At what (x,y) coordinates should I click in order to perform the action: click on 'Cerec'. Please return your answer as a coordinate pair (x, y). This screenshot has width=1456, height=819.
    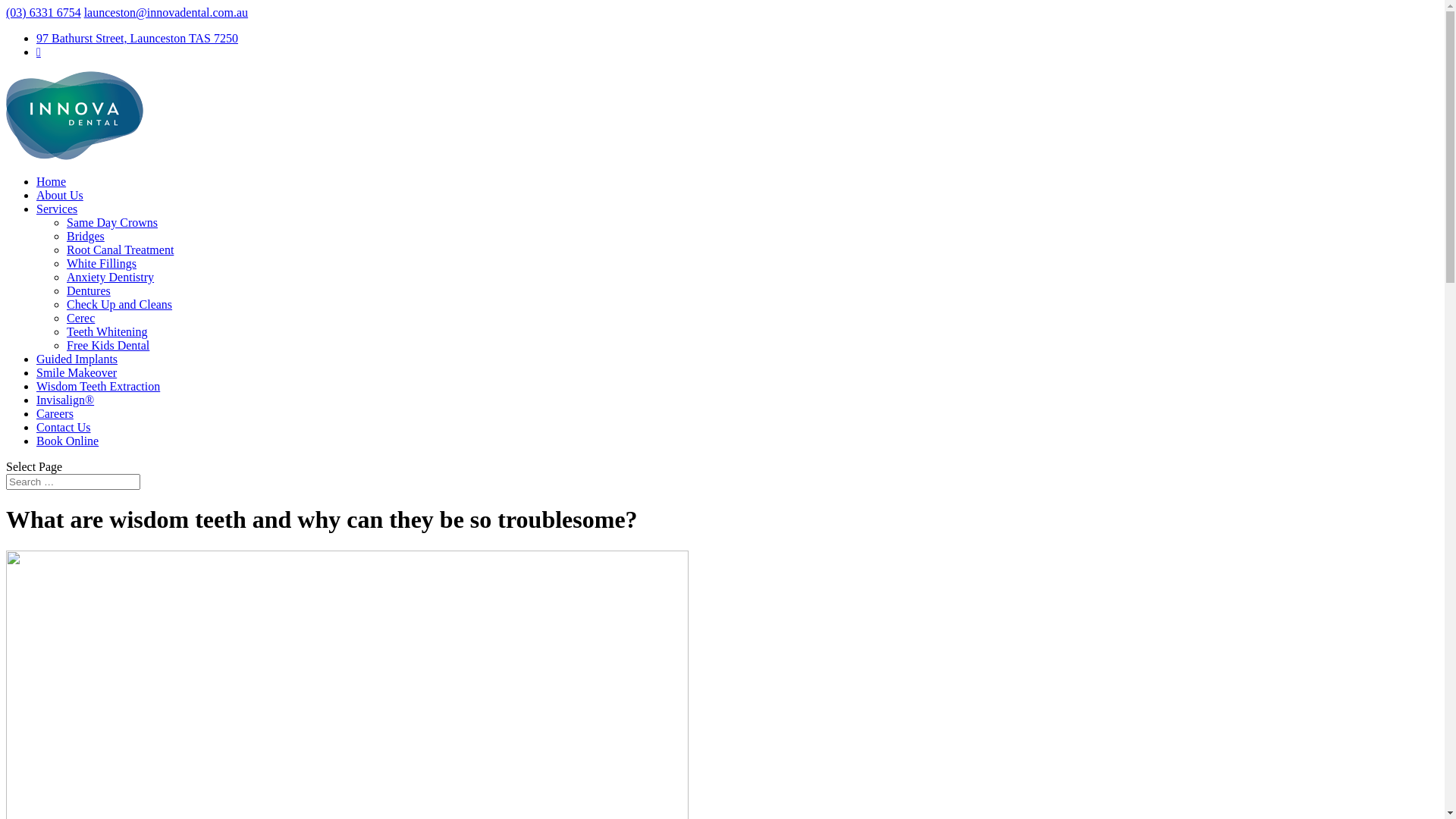
    Looking at the image, I should click on (65, 317).